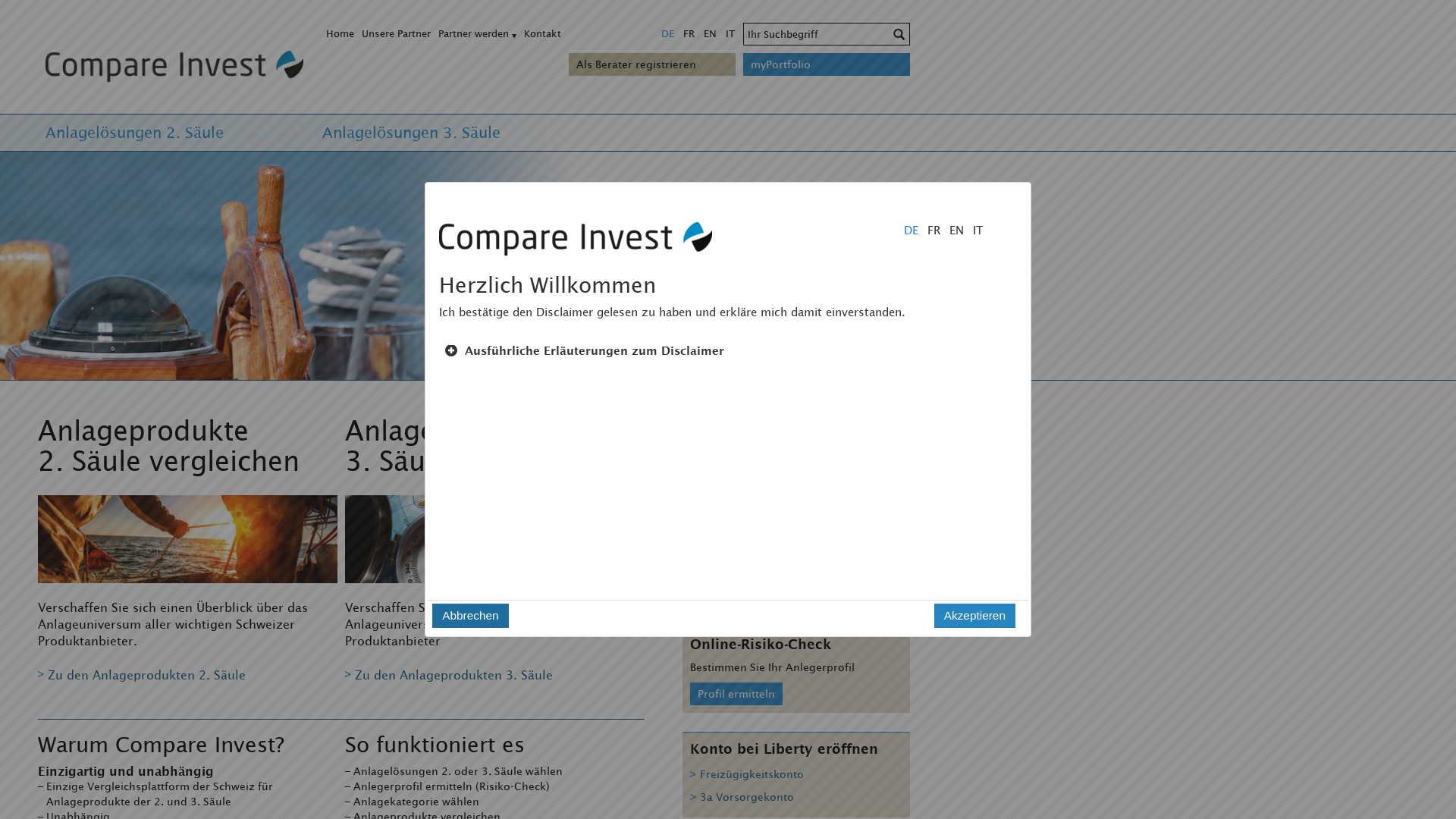 Image resolution: width=1456 pixels, height=819 pixels. I want to click on 'Home', so click(339, 33).